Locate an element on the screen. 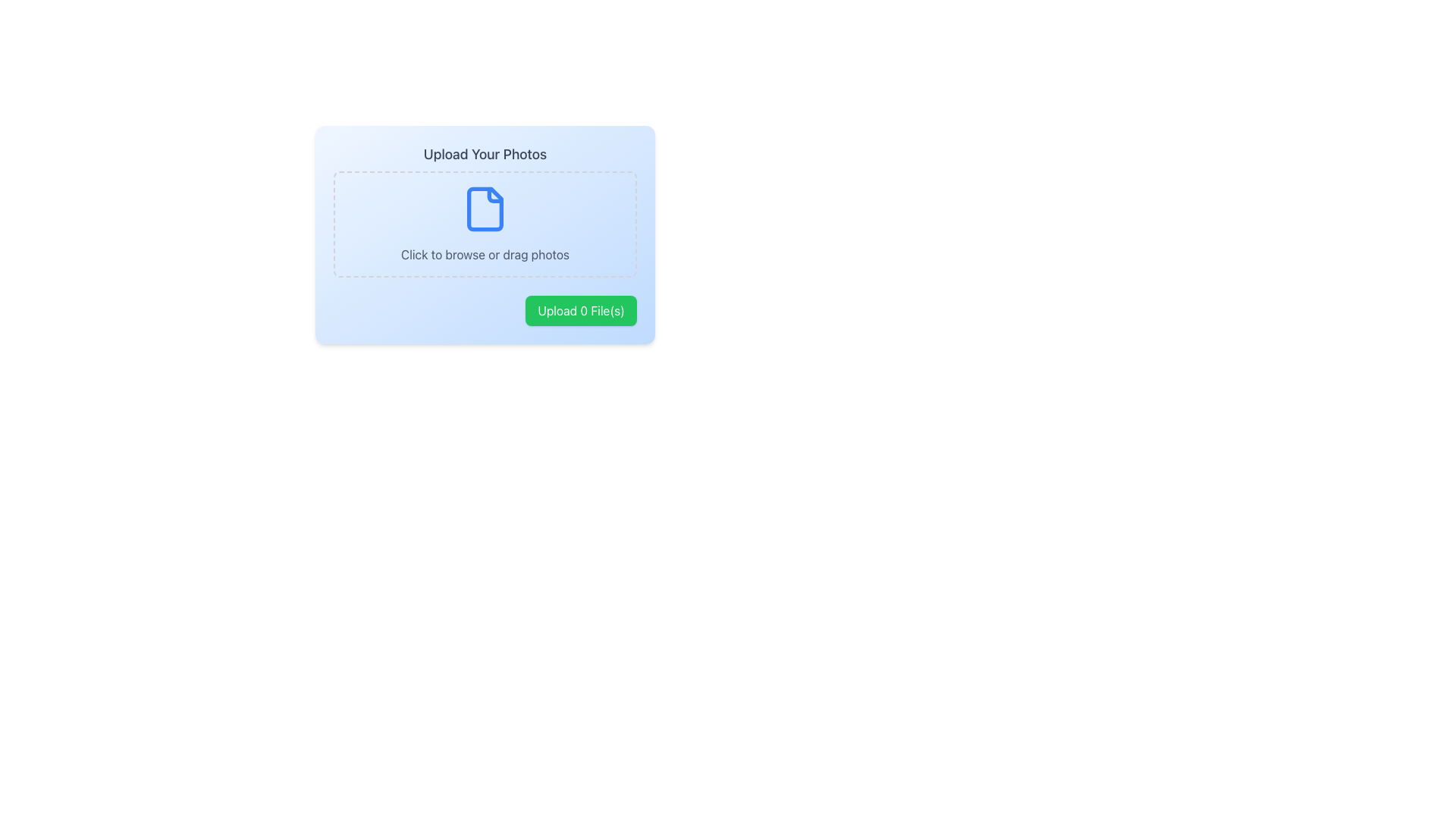 This screenshot has width=1456, height=819. the File Upload Area, which is a rectangular area with a dashed border, rounded corners, and contains a blue document icon and the text 'Click to browse or drag photos' in gray is located at coordinates (484, 224).